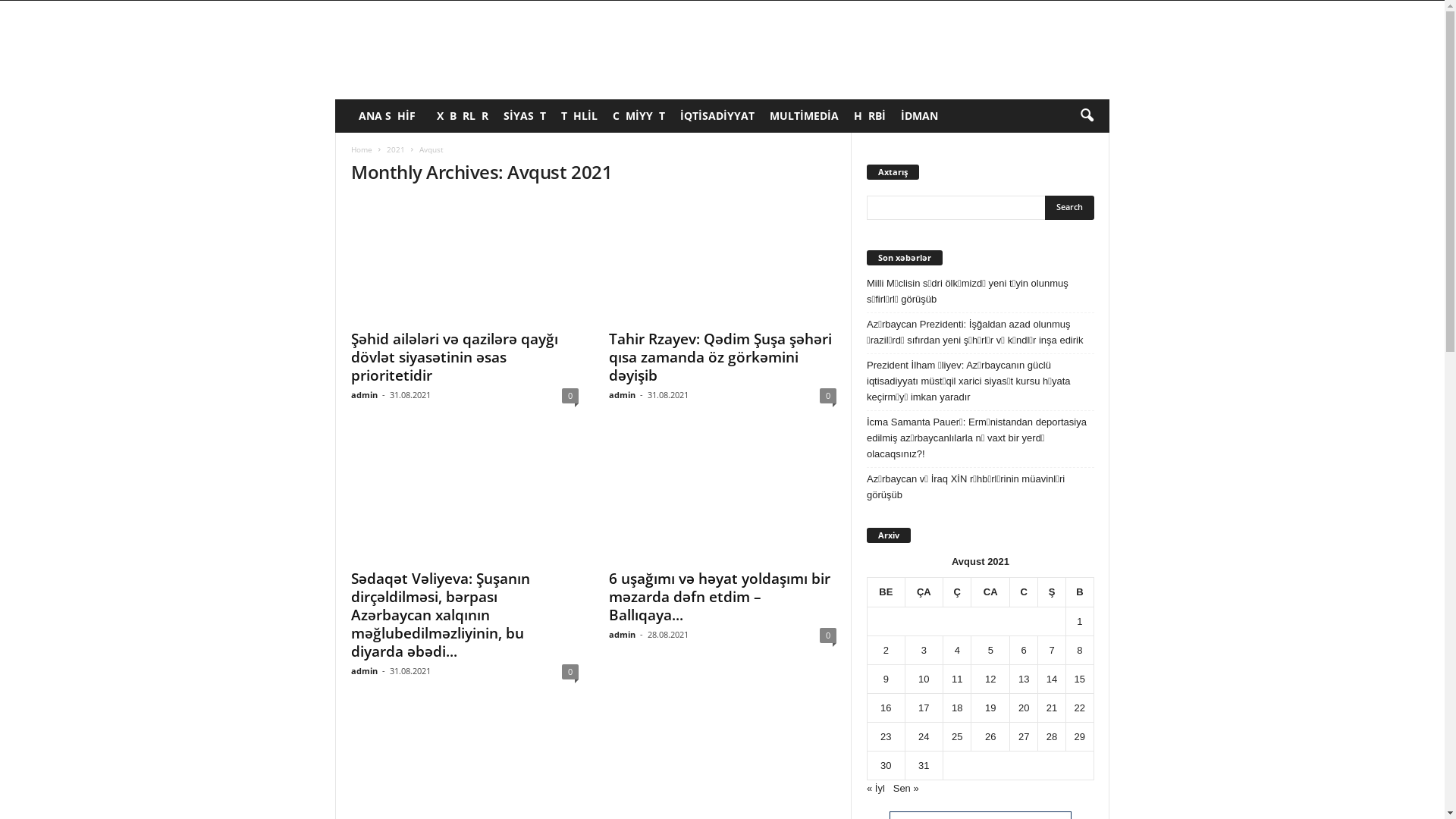 The height and width of the screenshot is (819, 1456). Describe the element at coordinates (956, 736) in the screenshot. I see `'25'` at that location.